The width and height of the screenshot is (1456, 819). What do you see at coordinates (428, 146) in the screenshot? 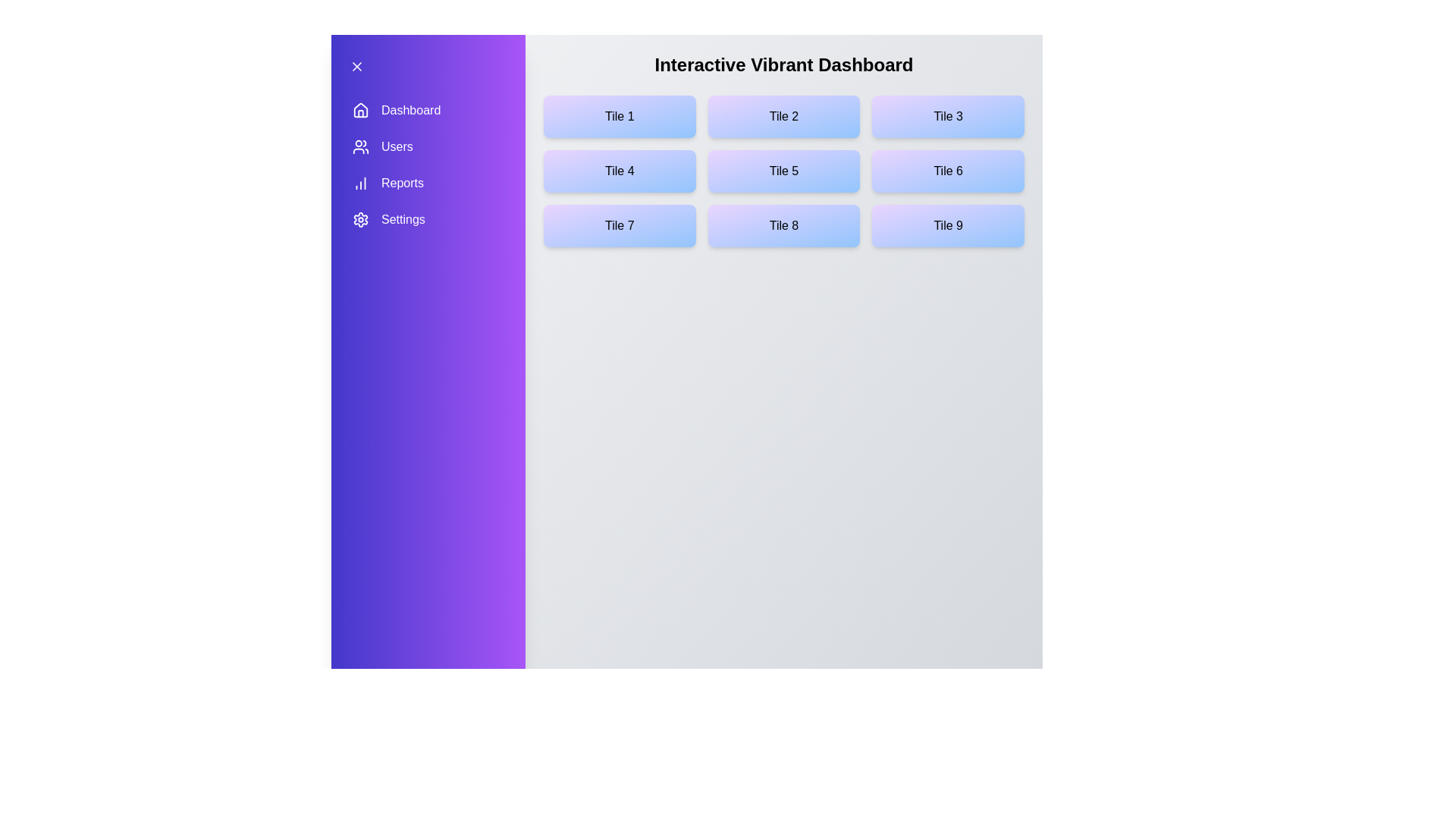
I see `the menu item Users in the sidebar` at bounding box center [428, 146].